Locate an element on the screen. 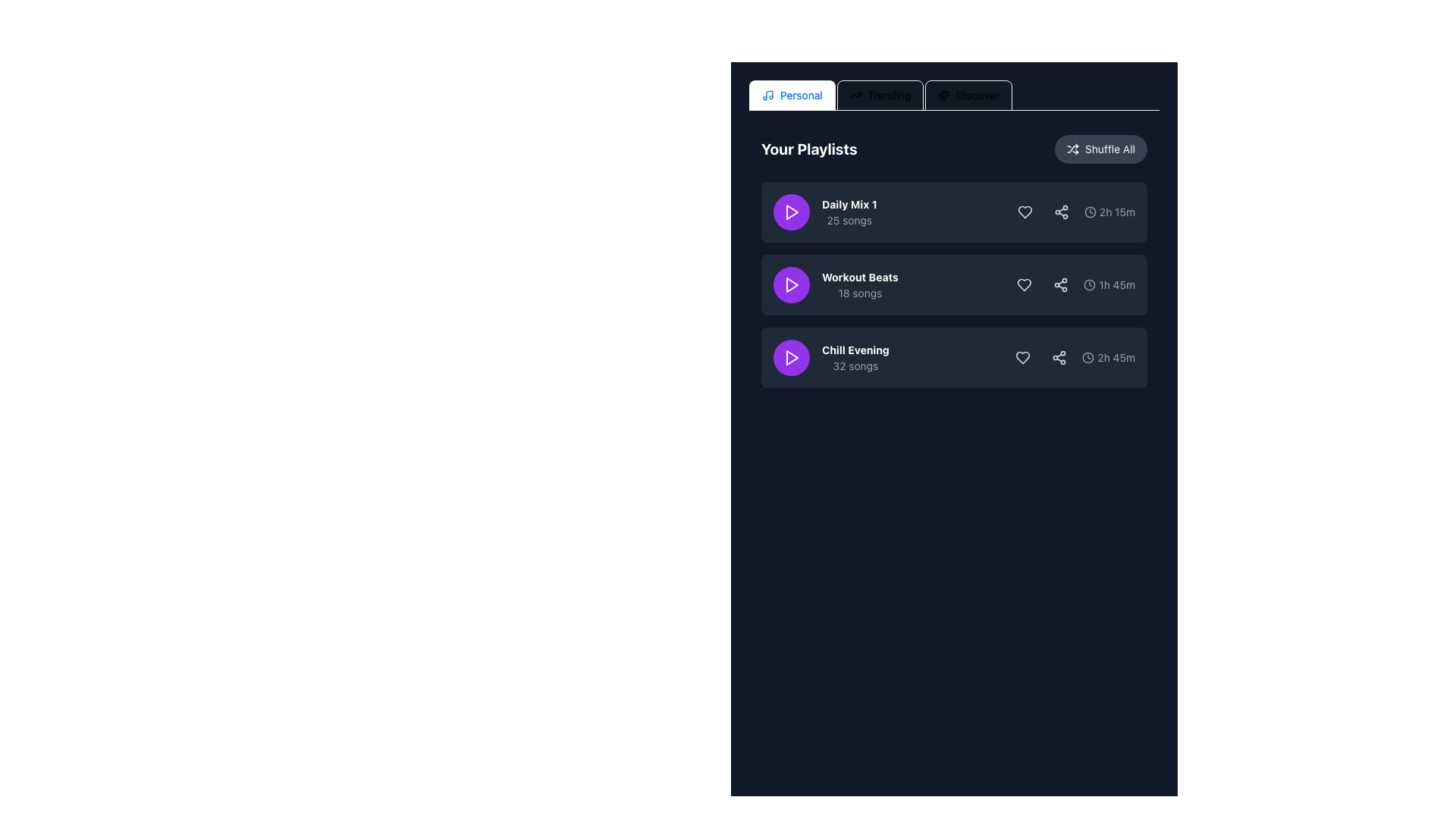 Image resolution: width=1456 pixels, height=819 pixels. the second tab from the left in the tab navigation bar to switch to the 'Trending' section is located at coordinates (880, 96).